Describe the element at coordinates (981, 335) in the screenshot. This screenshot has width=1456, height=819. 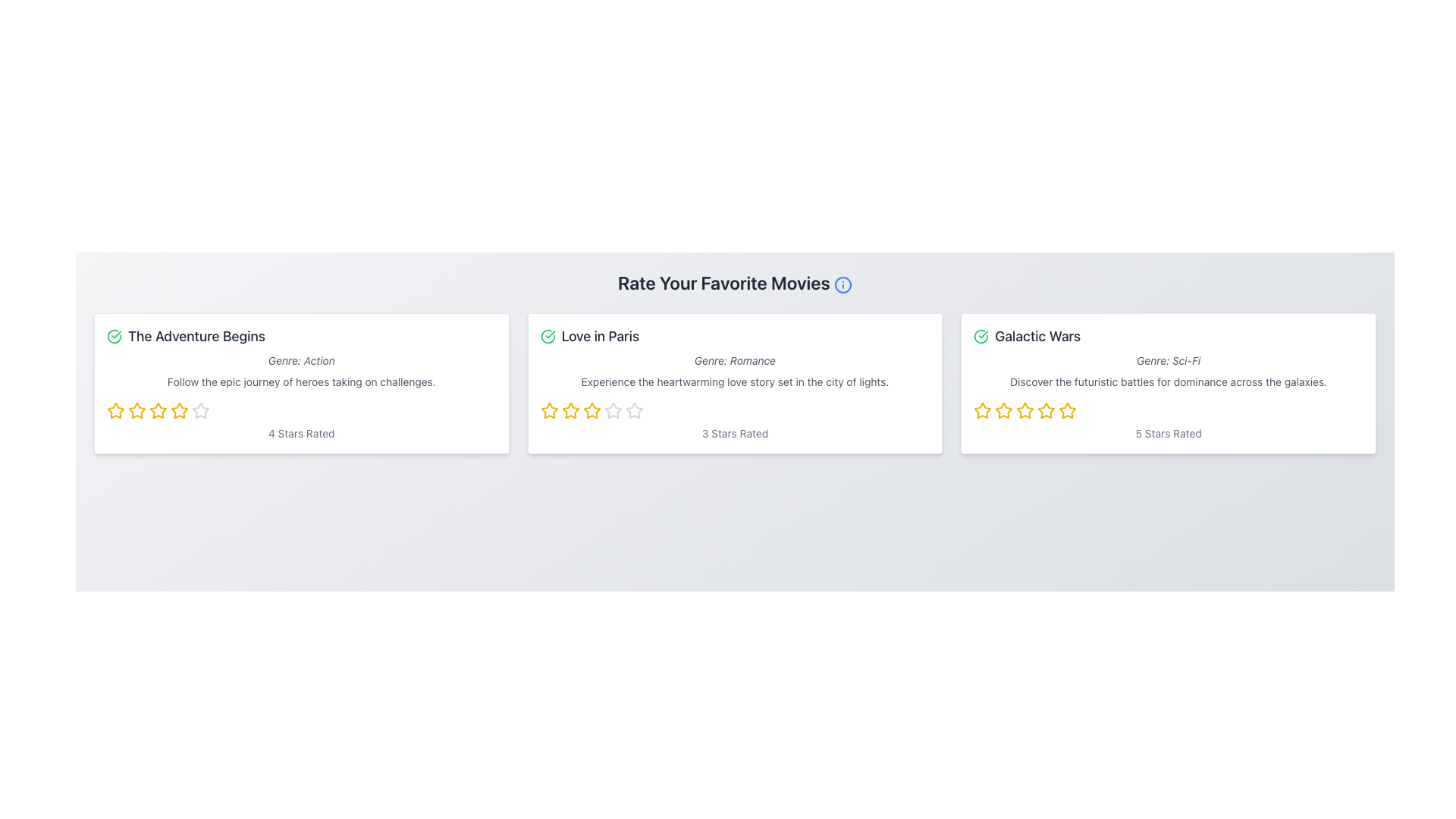
I see `the state of the approval icon located to the left of the 'Galactic Wars' text in the movie reviews section` at that location.